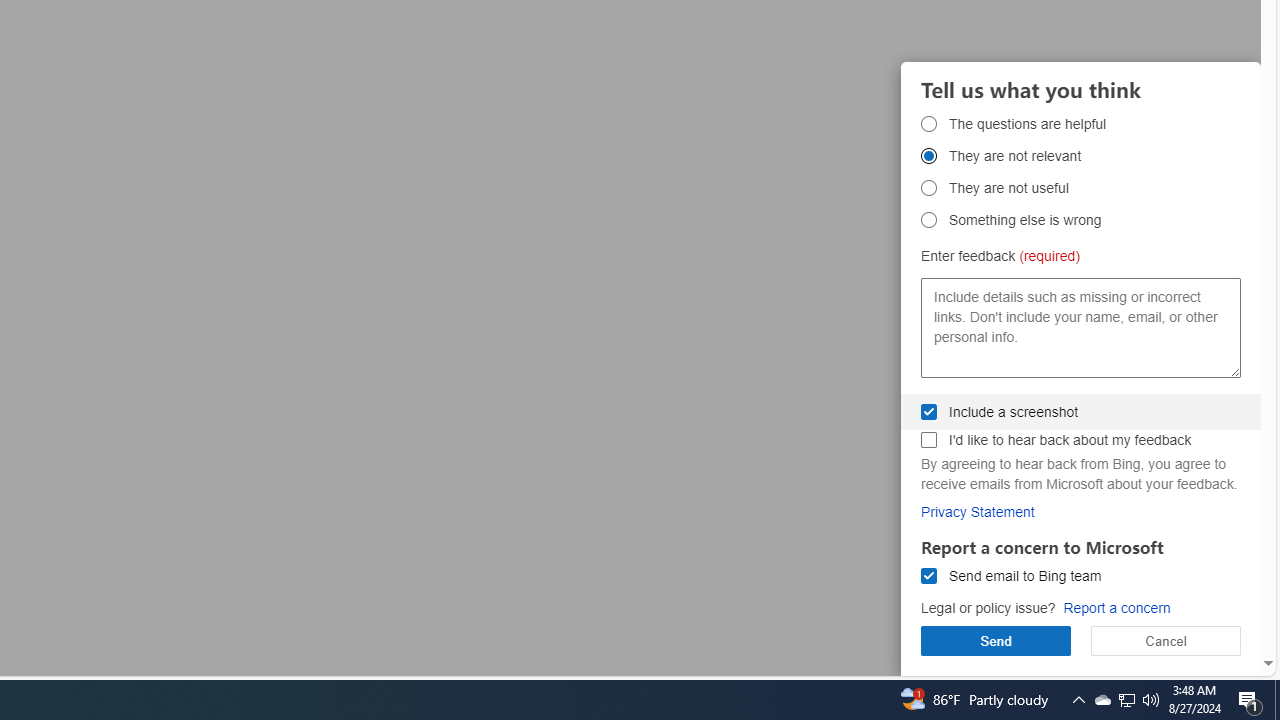 Image resolution: width=1280 pixels, height=720 pixels. What do you see at coordinates (996, 640) in the screenshot?
I see `'Send'` at bounding box center [996, 640].